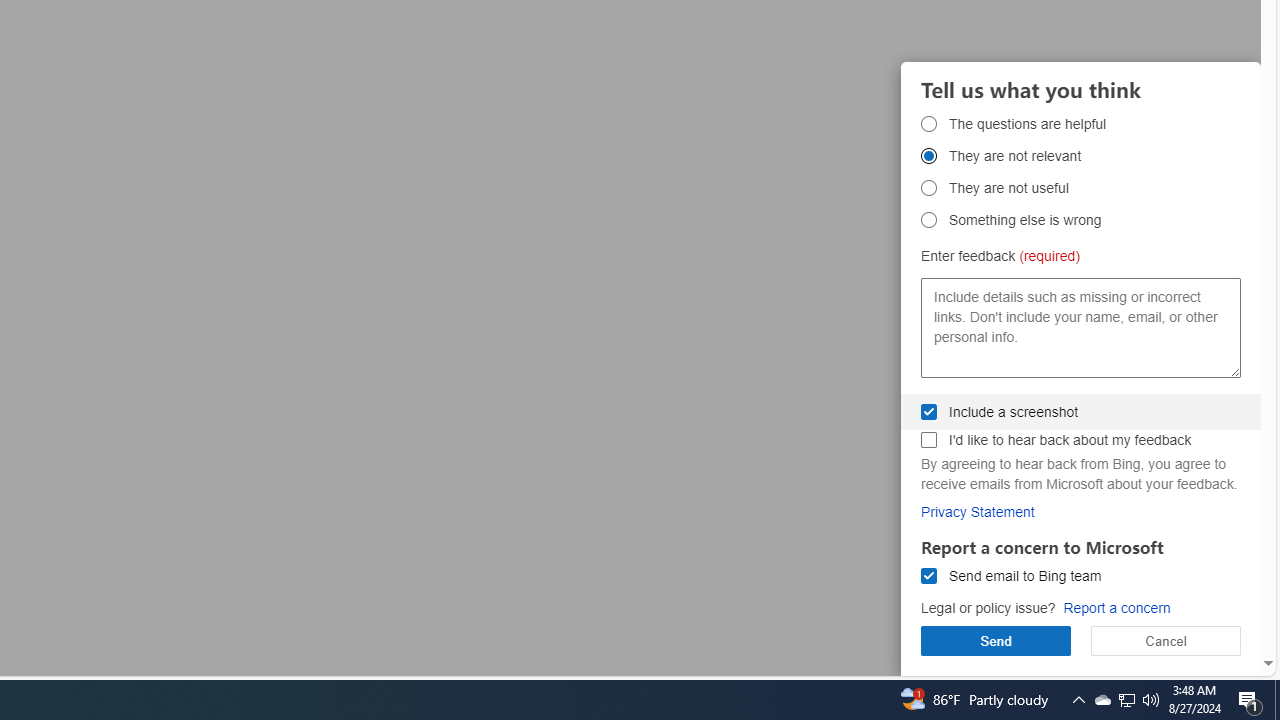 Image resolution: width=1280 pixels, height=720 pixels. What do you see at coordinates (996, 640) in the screenshot?
I see `'Send'` at bounding box center [996, 640].